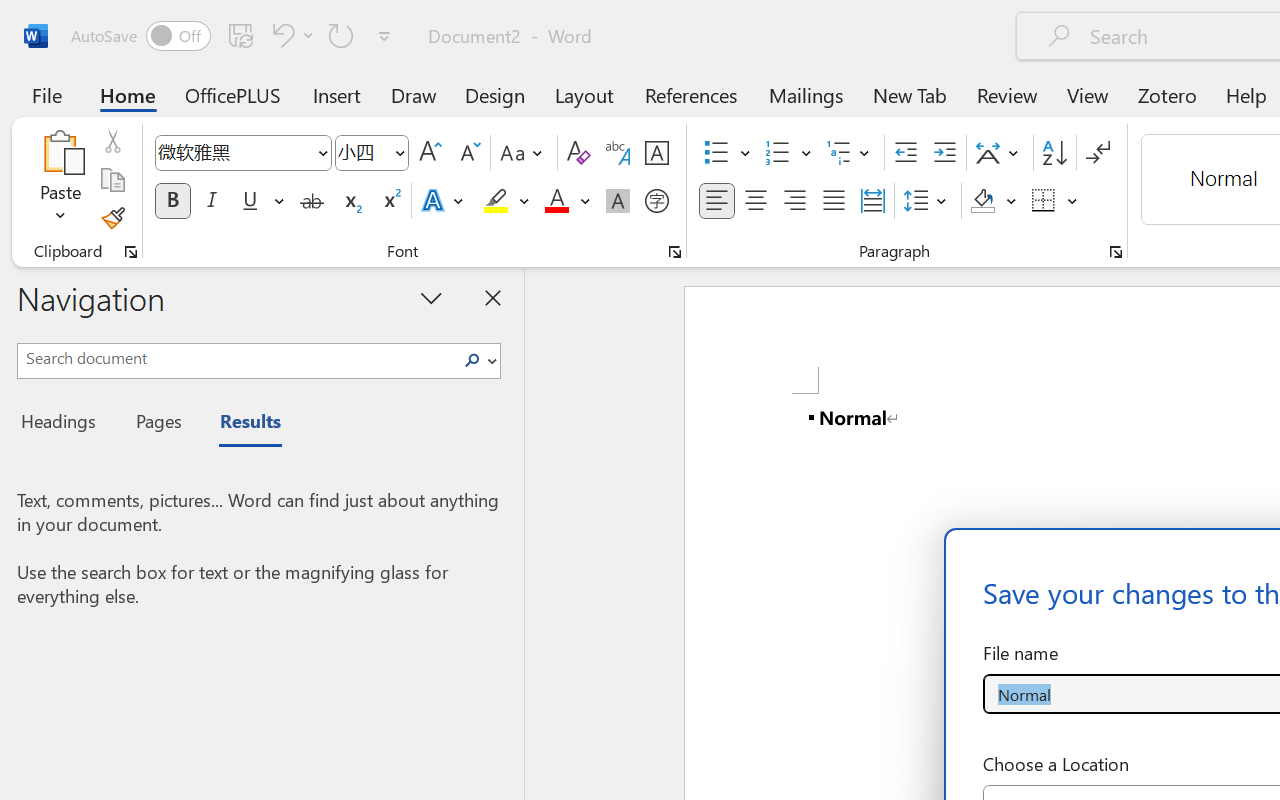  I want to click on 'Justify', so click(834, 201).